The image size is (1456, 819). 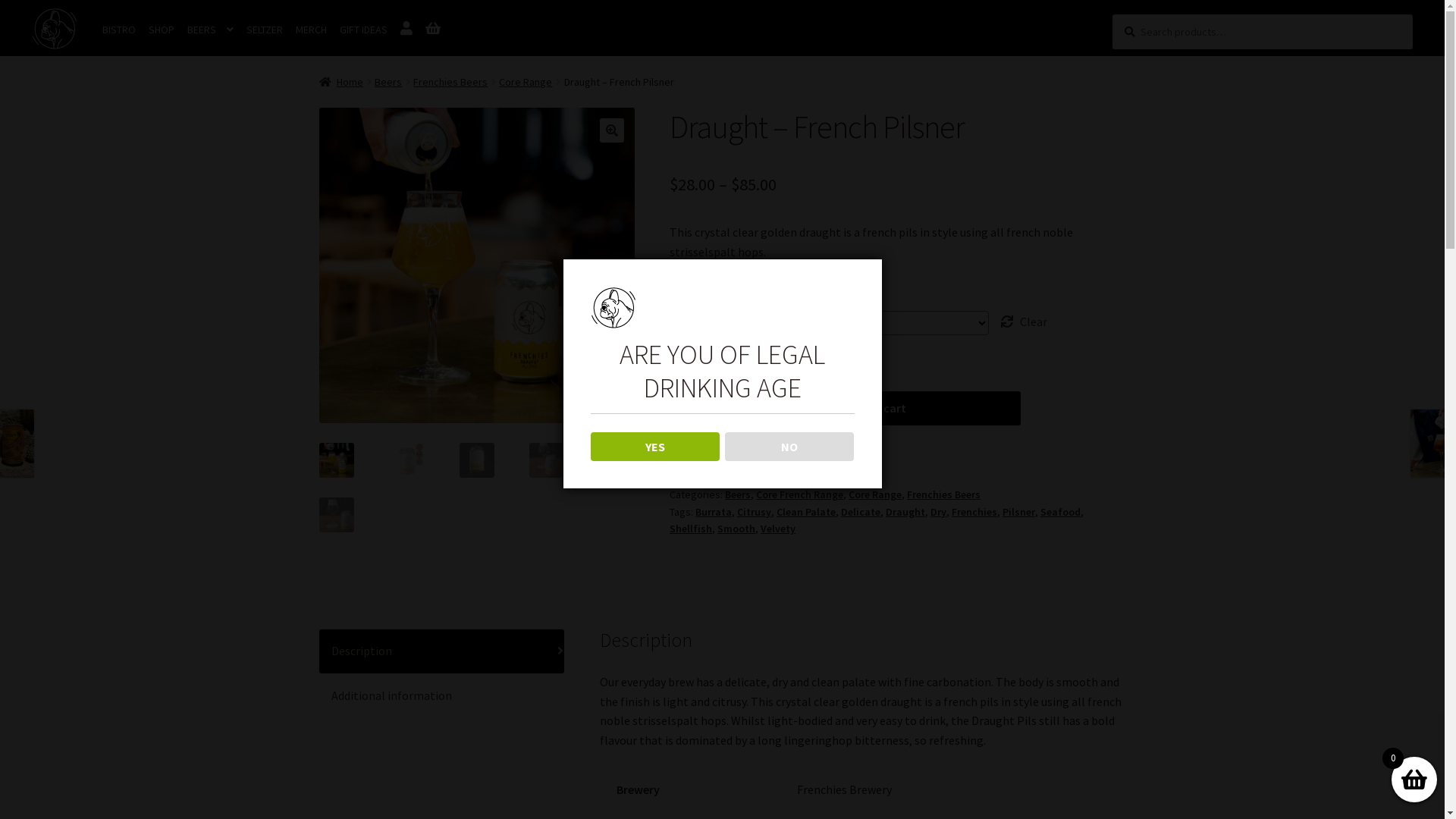 I want to click on 'Frenchies Beers', so click(x=450, y=82).